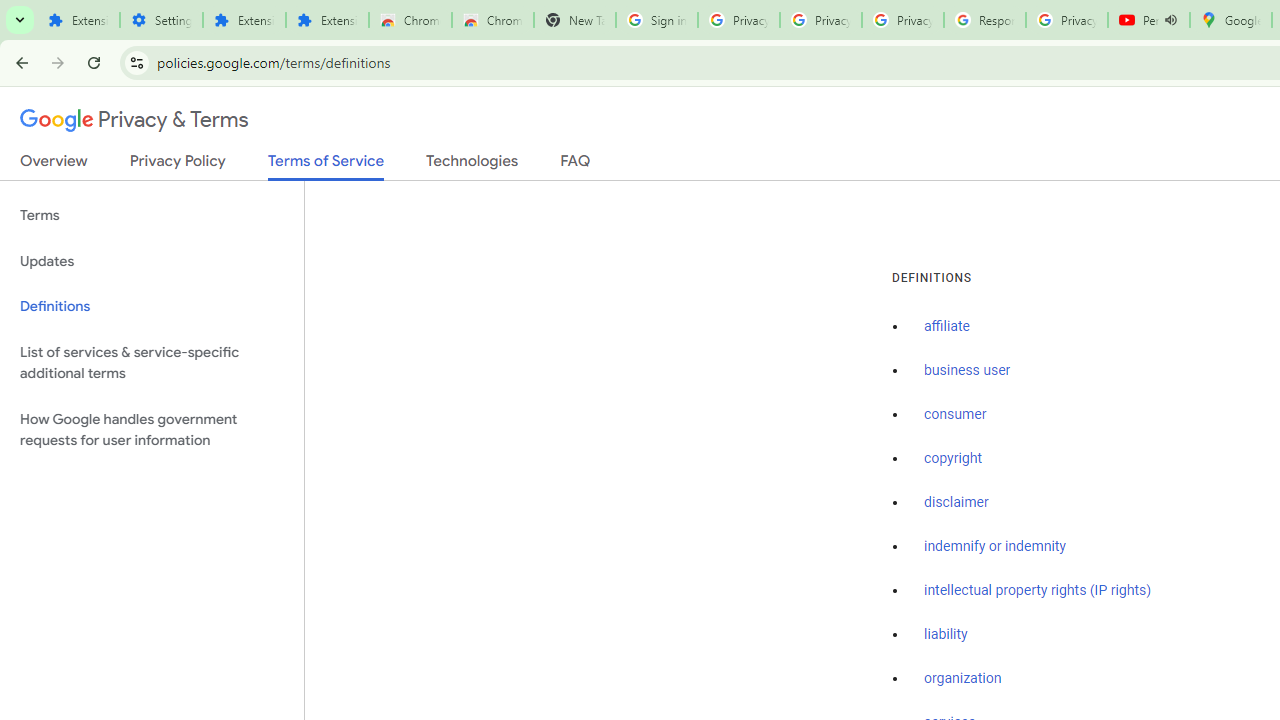  I want to click on 'Sign in - Google Accounts', so click(656, 20).